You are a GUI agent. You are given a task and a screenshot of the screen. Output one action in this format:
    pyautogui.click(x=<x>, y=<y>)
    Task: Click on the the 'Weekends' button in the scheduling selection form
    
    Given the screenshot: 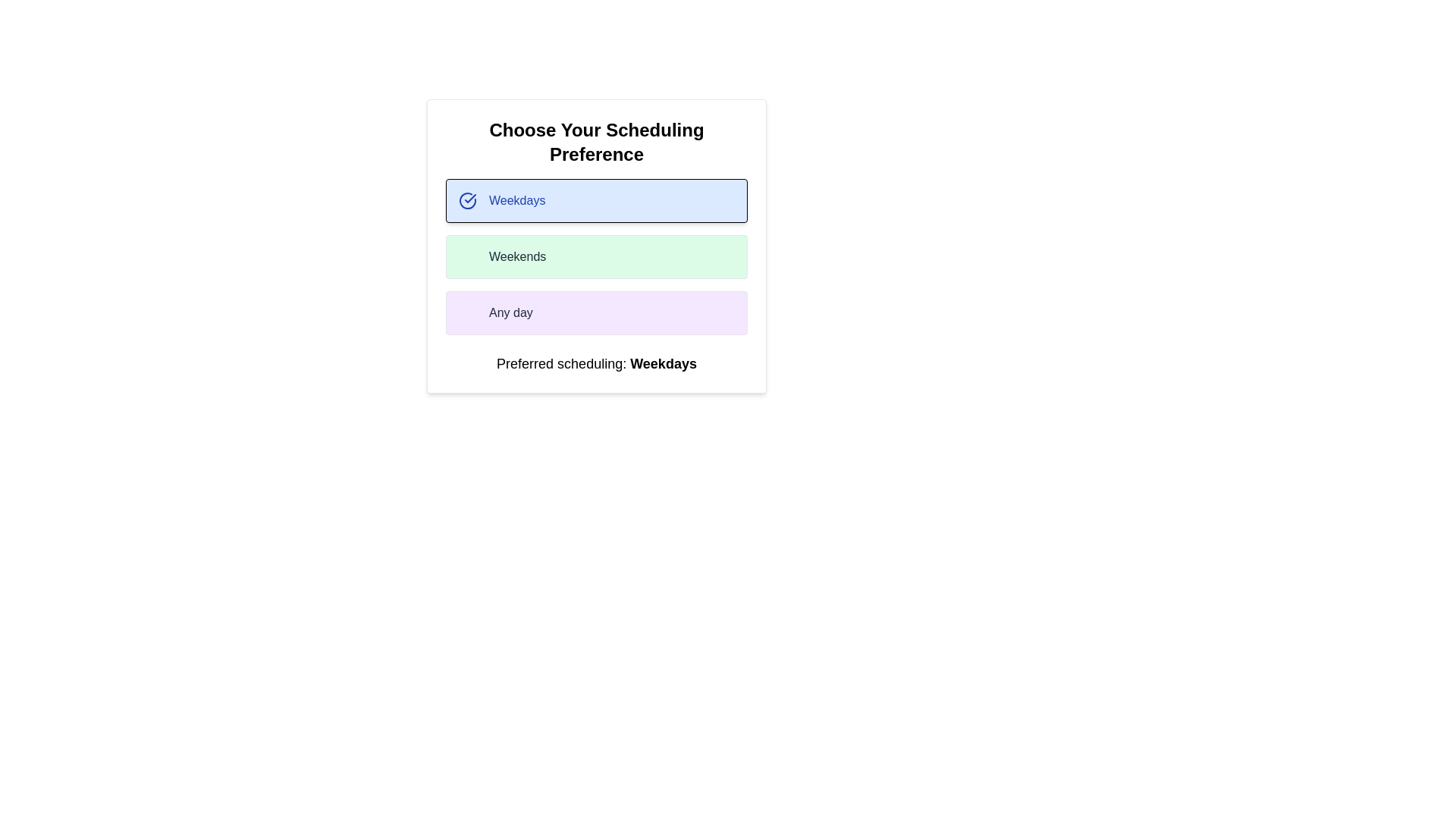 What is the action you would take?
    pyautogui.click(x=596, y=256)
    